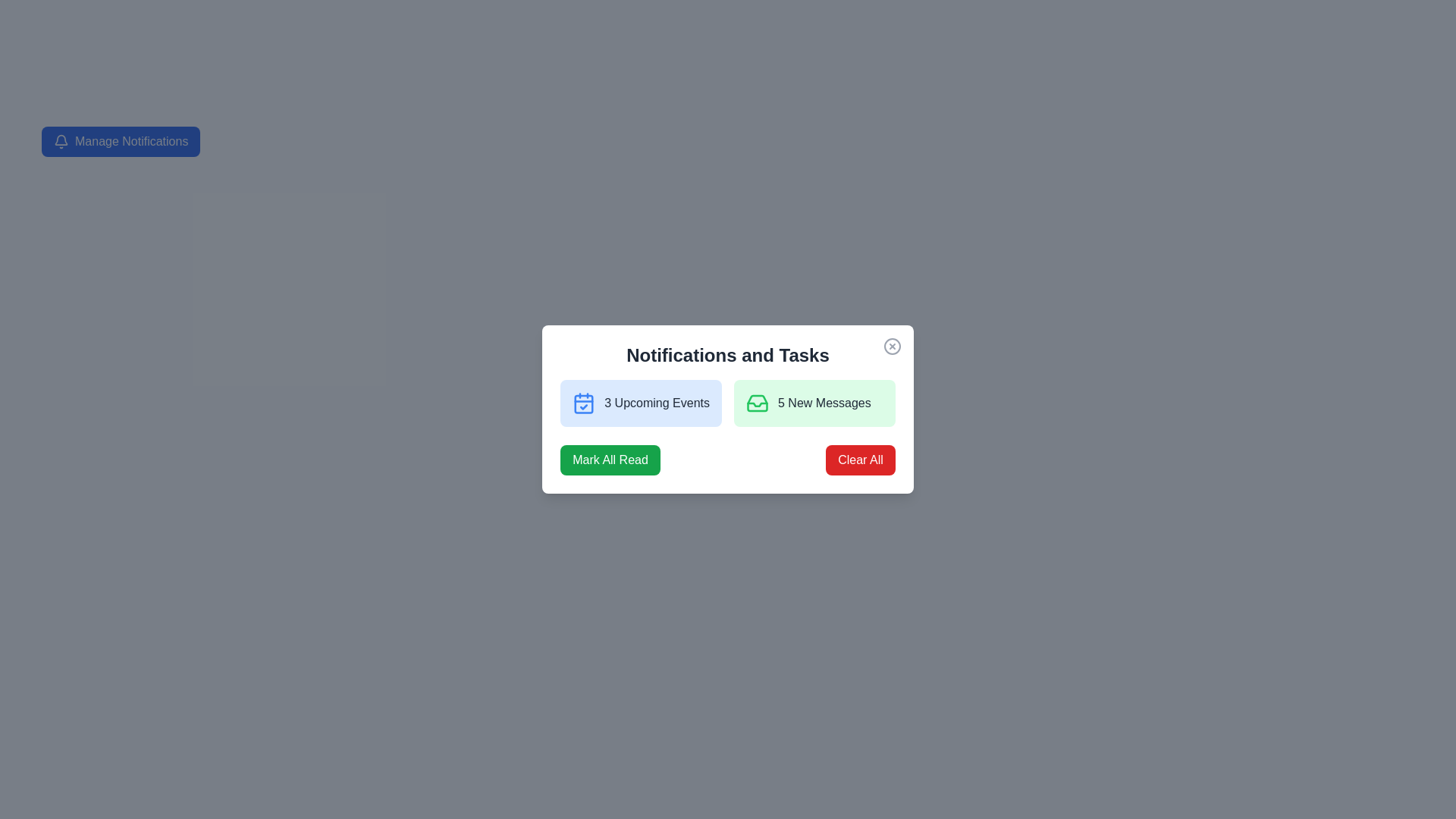  Describe the element at coordinates (641, 403) in the screenshot. I see `the Notification card displaying the count of upcoming events (3) in the 'Notifications and Tasks' dialog, positioned to the left of the '5 New Messages' element` at that location.